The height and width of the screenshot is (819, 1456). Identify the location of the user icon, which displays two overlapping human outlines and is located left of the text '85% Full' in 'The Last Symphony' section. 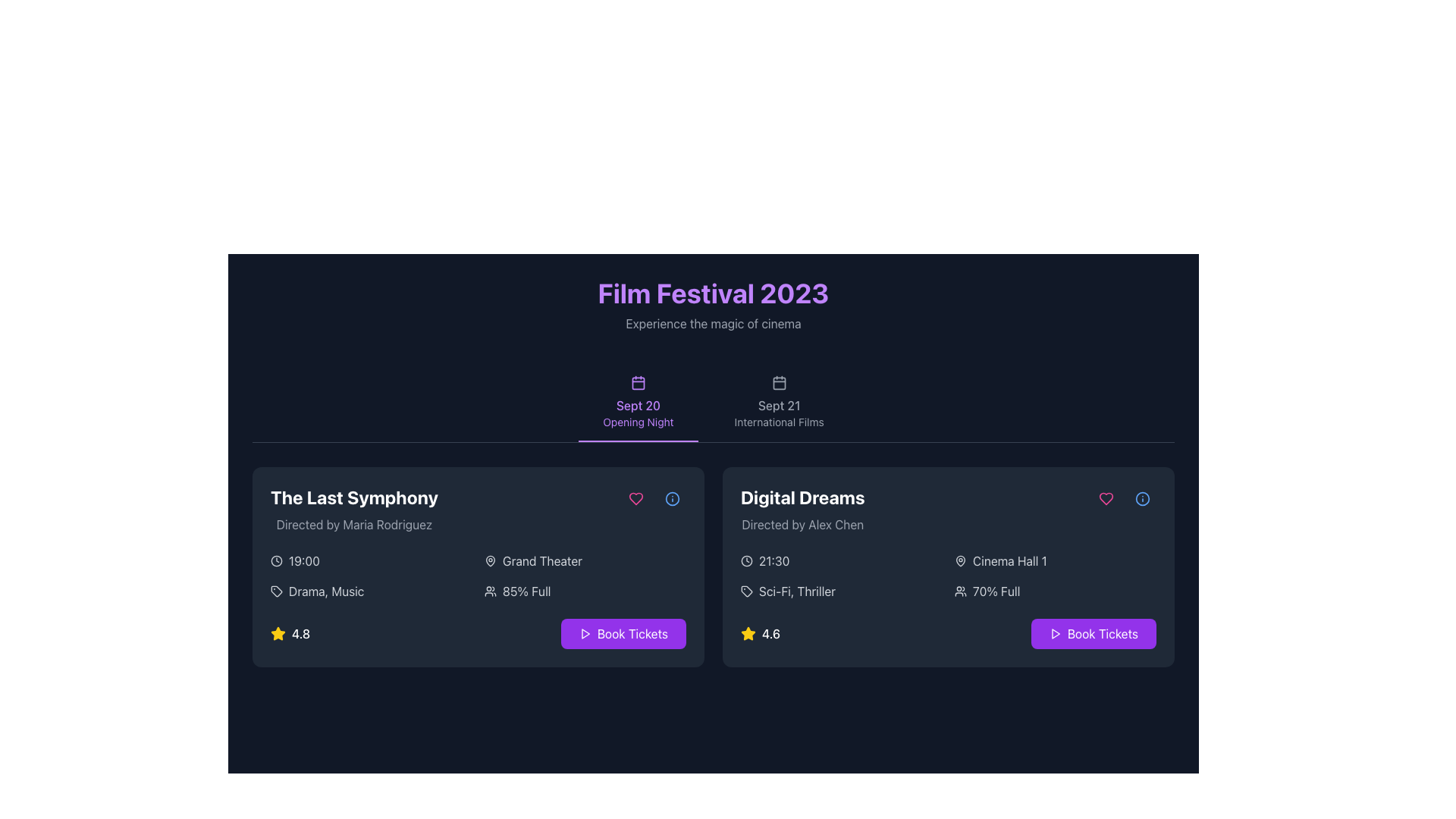
(491, 590).